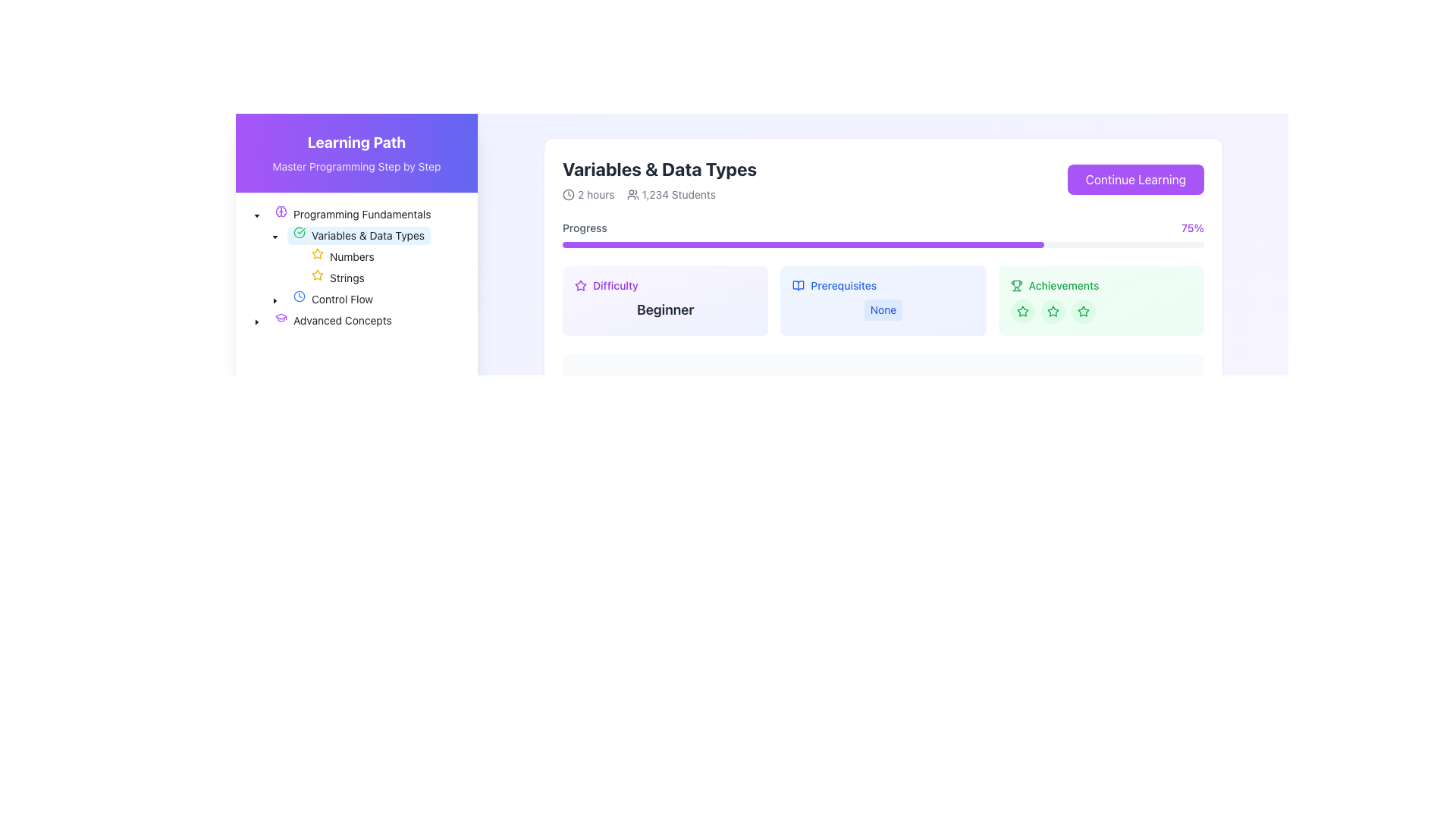 The image size is (1456, 819). What do you see at coordinates (356, 143) in the screenshot?
I see `the bold, white heading displayed prominently over a gradient background, located at the top-left corner of the interface, above the sibling element containing 'Master Programming Step by Step.'` at bounding box center [356, 143].